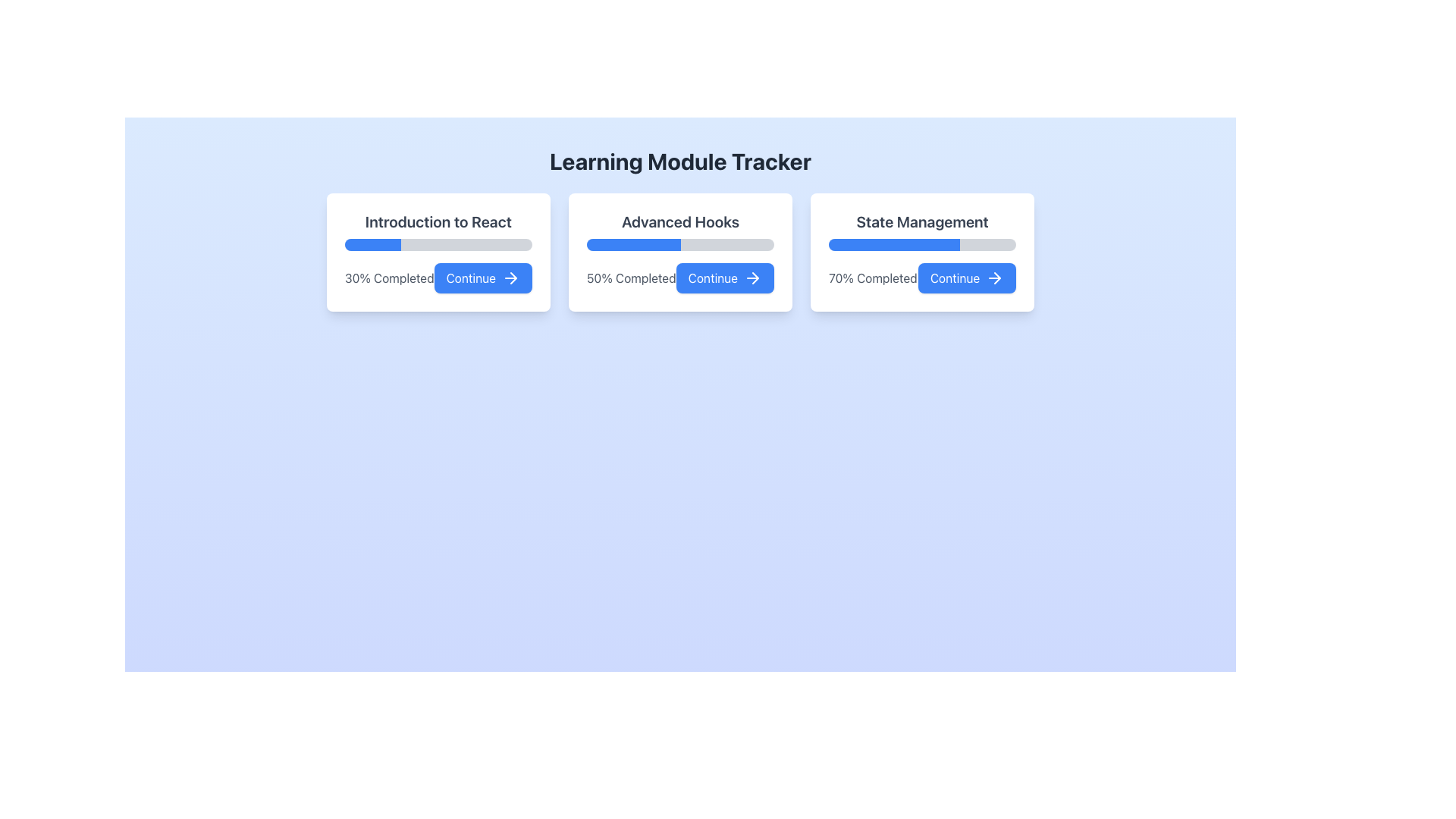  I want to click on the 'Continue' button with a blue background and white text, located in the 'State Management' module card to proceed, so click(966, 278).